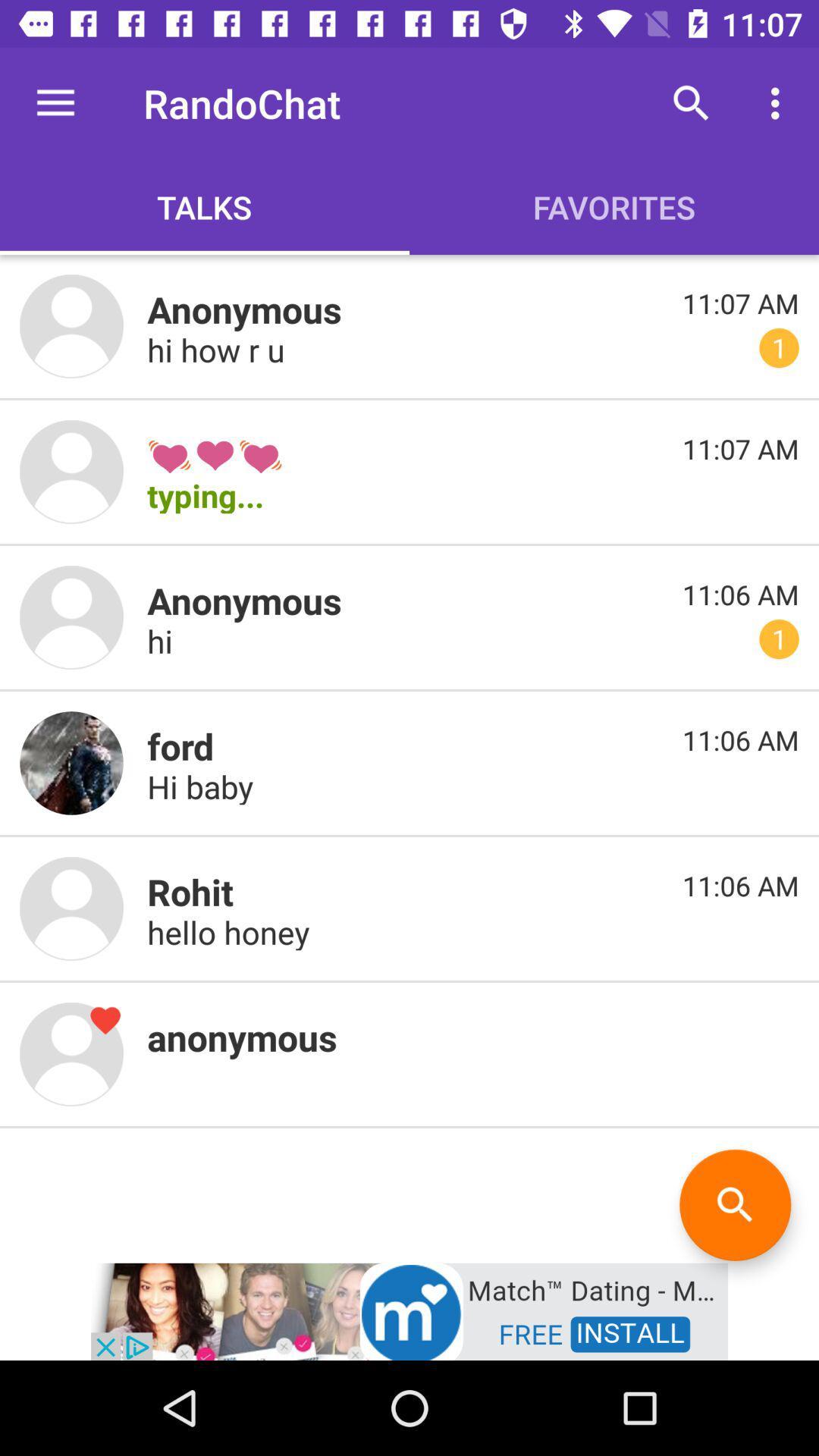  Describe the element at coordinates (71, 471) in the screenshot. I see `profile` at that location.